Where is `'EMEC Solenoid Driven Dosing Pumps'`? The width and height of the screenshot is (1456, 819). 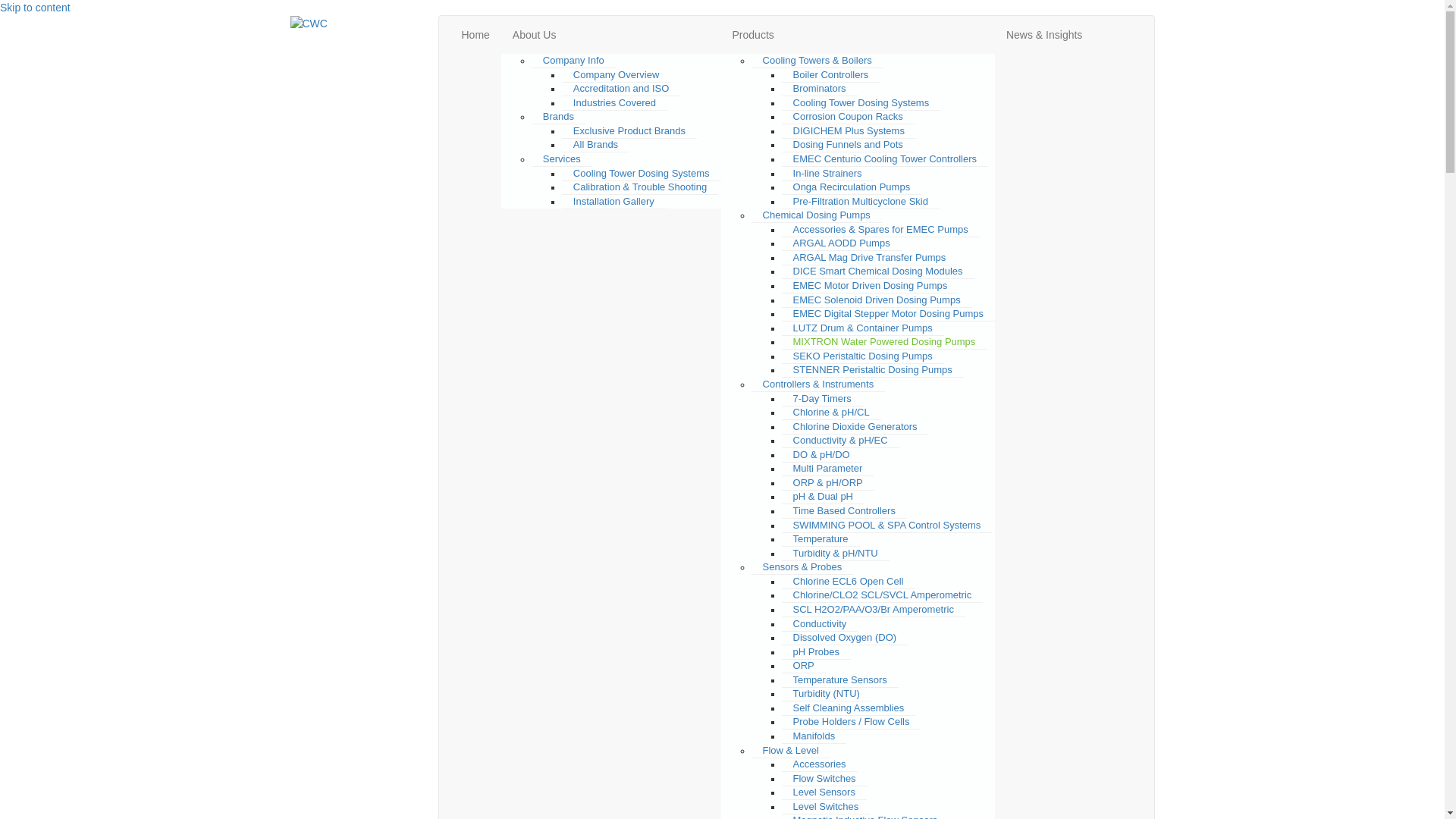 'EMEC Solenoid Driven Dosing Pumps' is located at coordinates (877, 300).